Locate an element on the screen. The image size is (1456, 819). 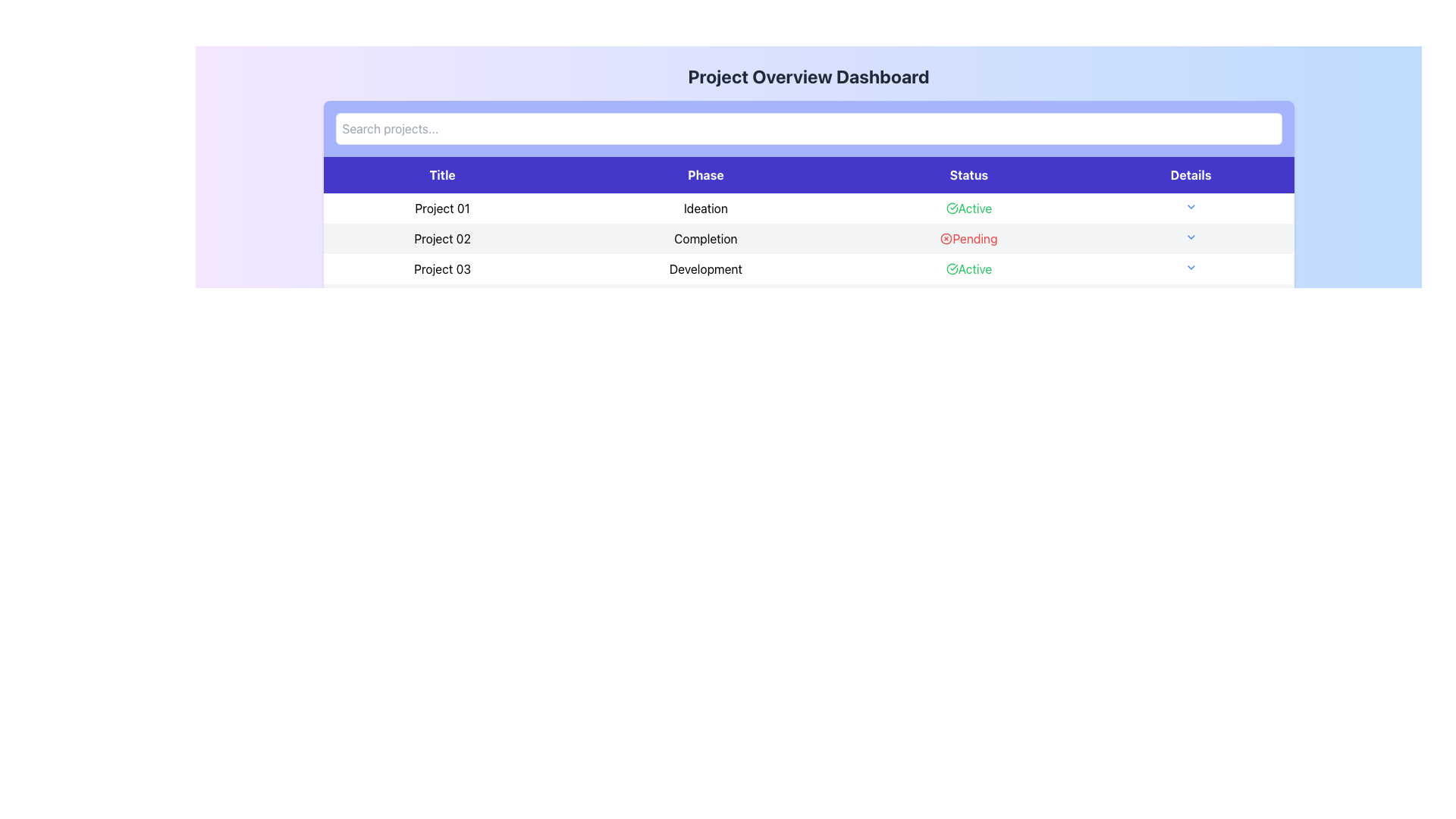
the static text label indicating the current phase of the project located in the second column of the first row under the 'Phase' header in the table is located at coordinates (704, 208).